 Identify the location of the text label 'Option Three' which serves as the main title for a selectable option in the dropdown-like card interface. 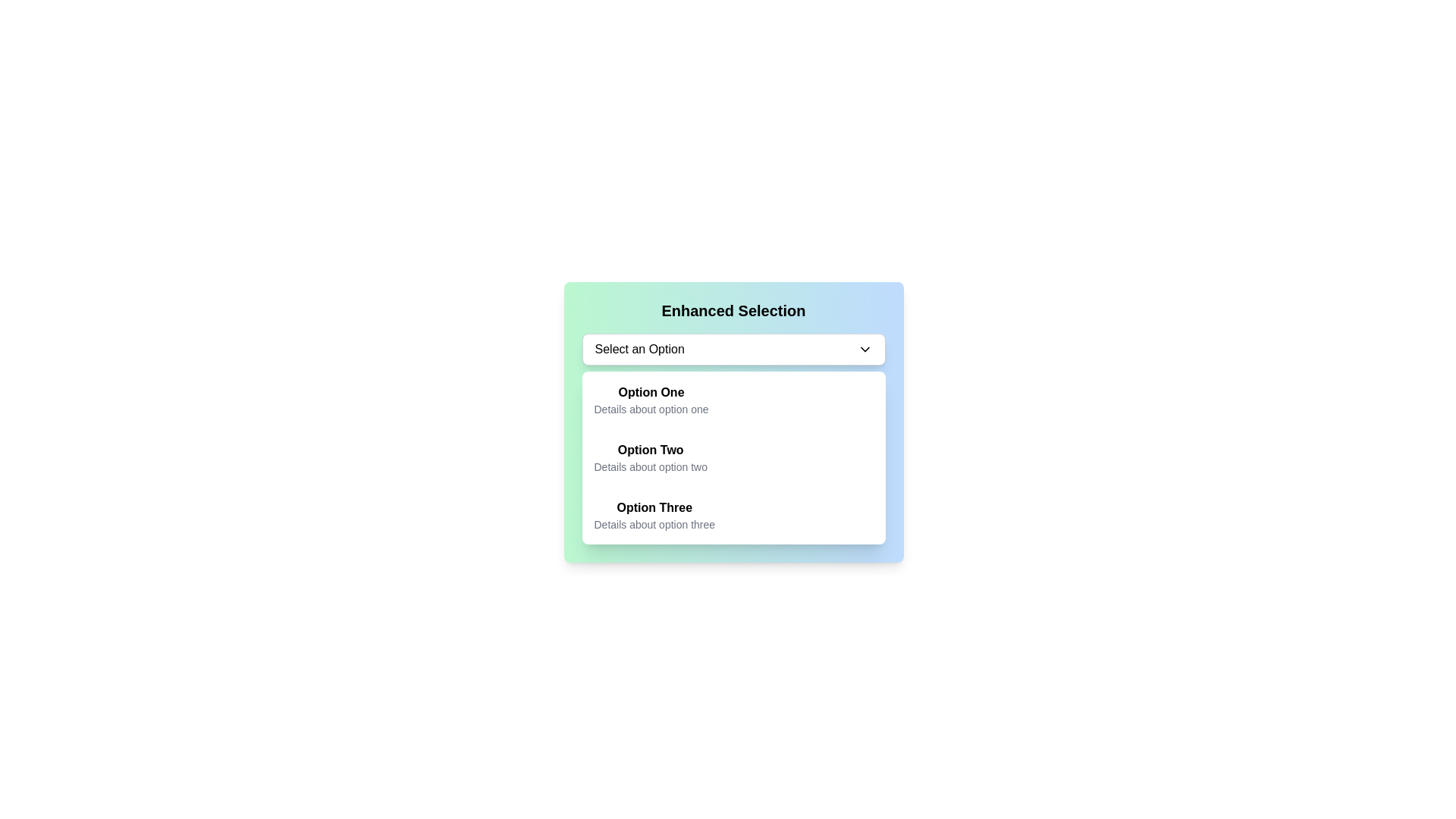
(654, 508).